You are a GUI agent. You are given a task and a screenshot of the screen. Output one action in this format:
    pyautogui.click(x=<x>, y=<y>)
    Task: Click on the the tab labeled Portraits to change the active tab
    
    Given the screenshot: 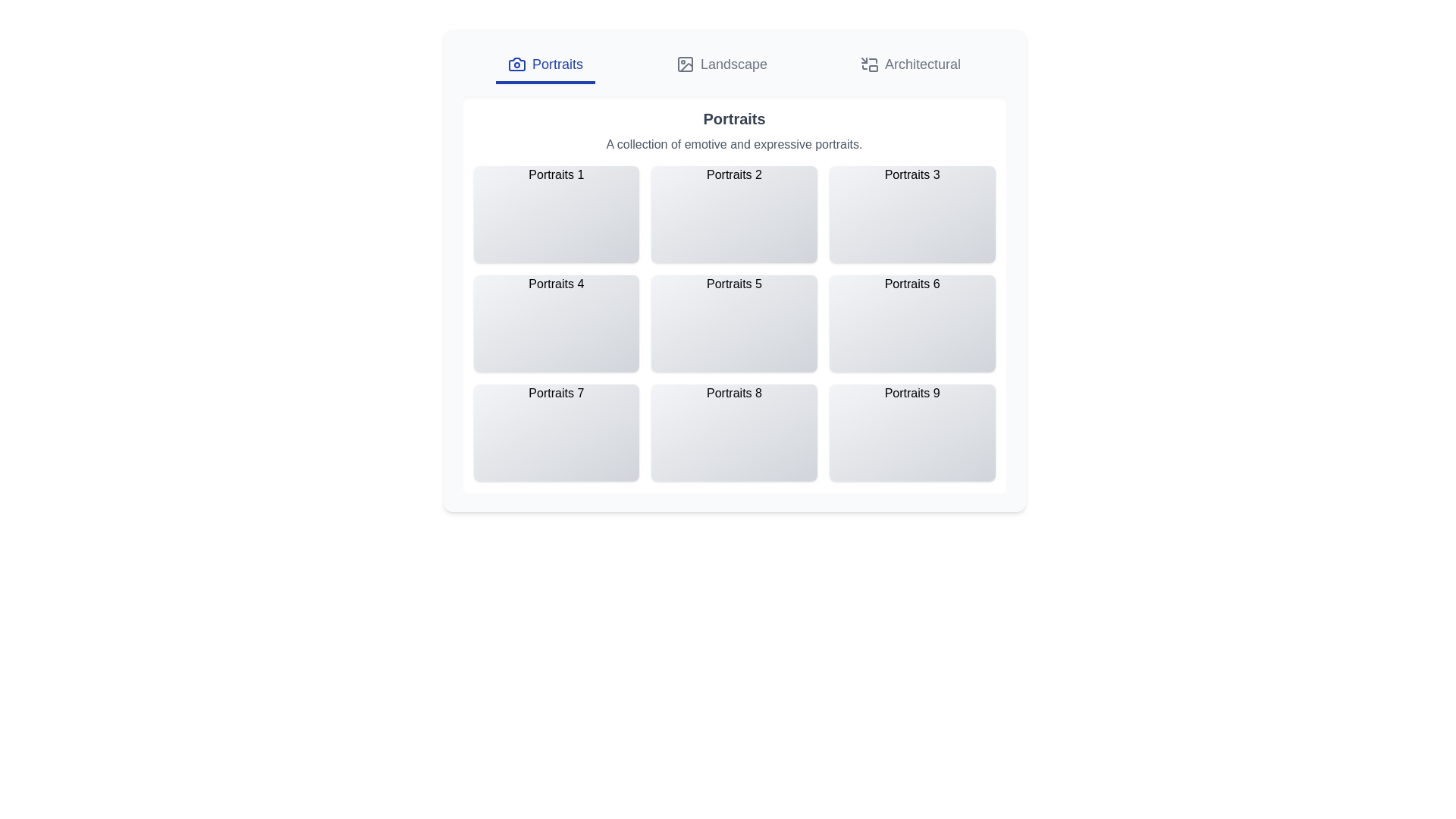 What is the action you would take?
    pyautogui.click(x=545, y=65)
    